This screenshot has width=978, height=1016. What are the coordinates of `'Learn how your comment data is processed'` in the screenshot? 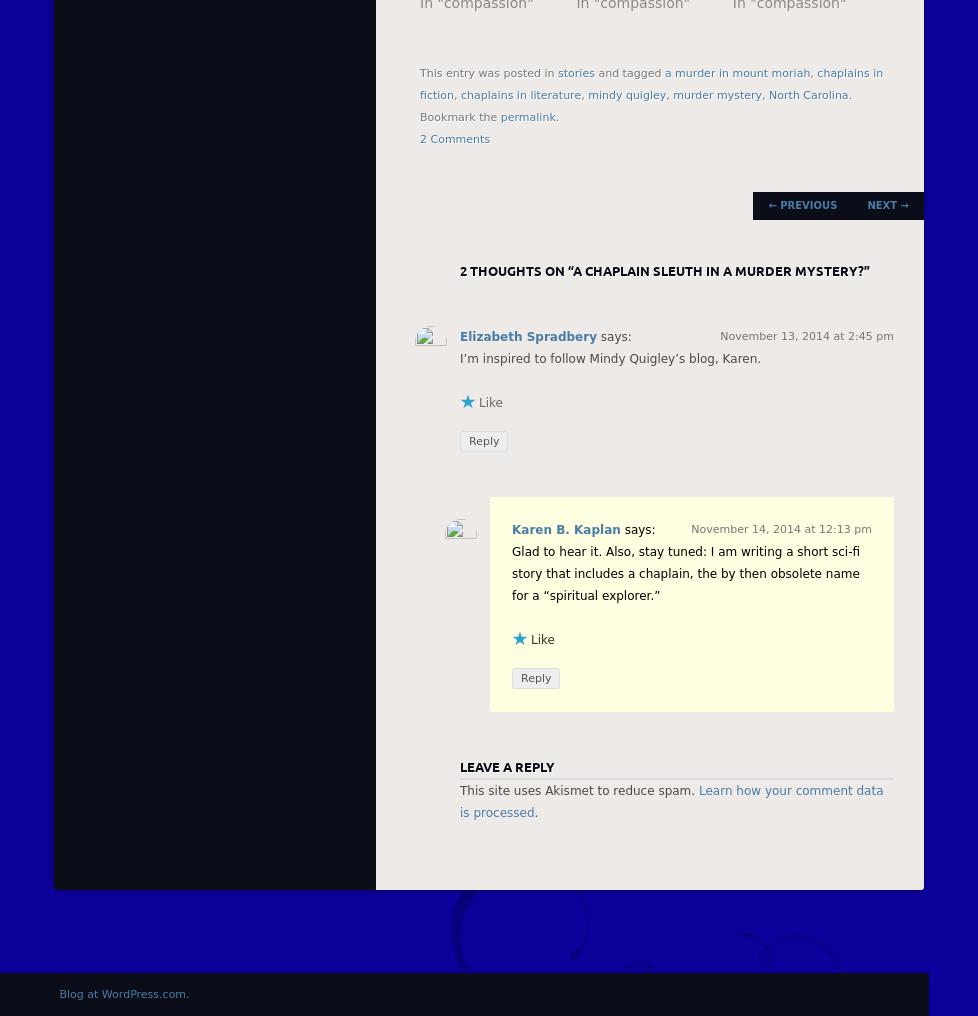 It's located at (671, 801).